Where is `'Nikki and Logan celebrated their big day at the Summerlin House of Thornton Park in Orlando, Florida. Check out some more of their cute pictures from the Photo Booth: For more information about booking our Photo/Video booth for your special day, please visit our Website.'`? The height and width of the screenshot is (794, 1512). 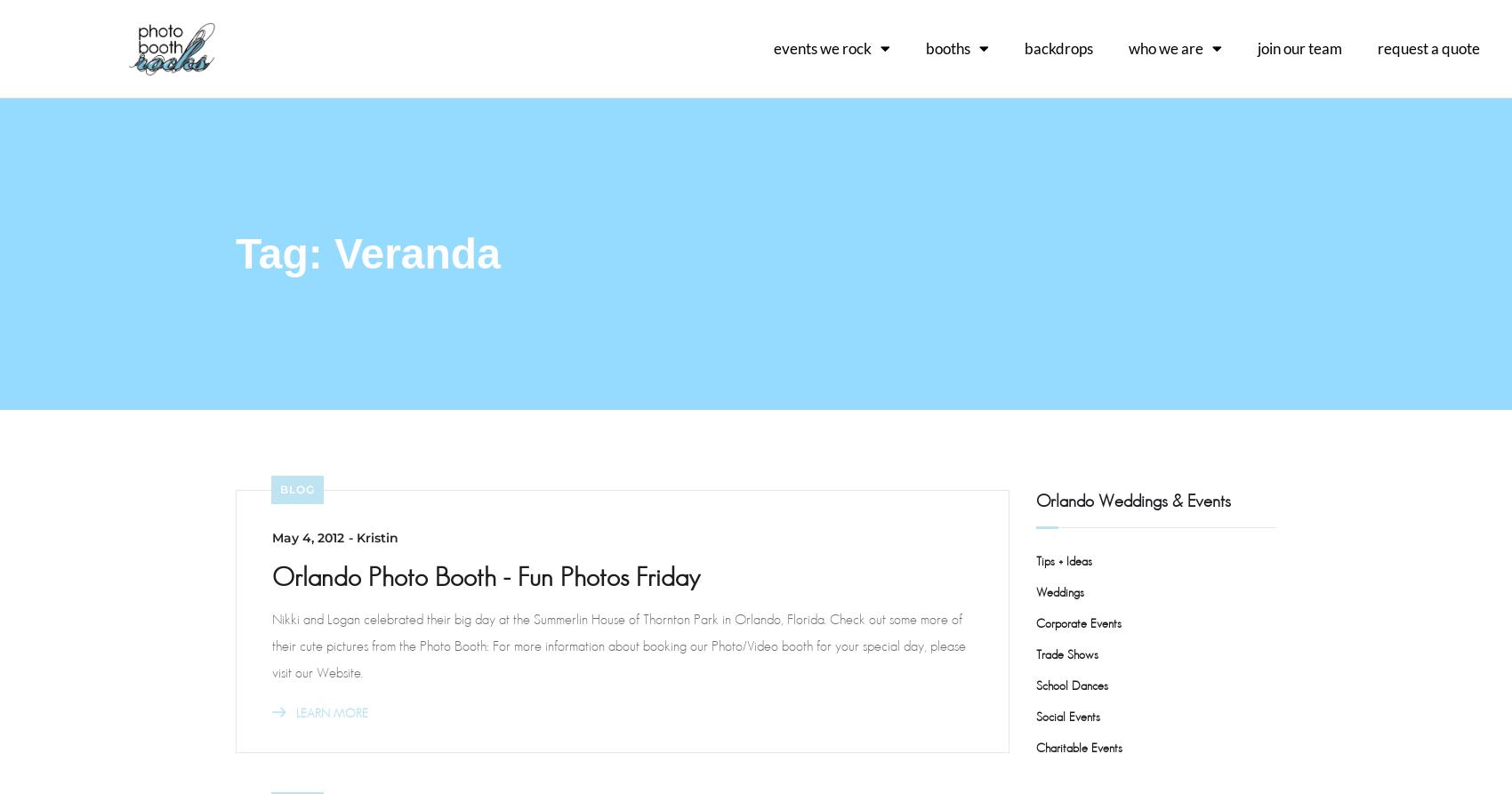
'Nikki and Logan celebrated their big day at the Summerlin House of Thornton Park in Orlando, Florida. Check out some more of their cute pictures from the Photo Booth: For more information about booking our Photo/Video booth for your special day, please visit our Website.' is located at coordinates (272, 645).